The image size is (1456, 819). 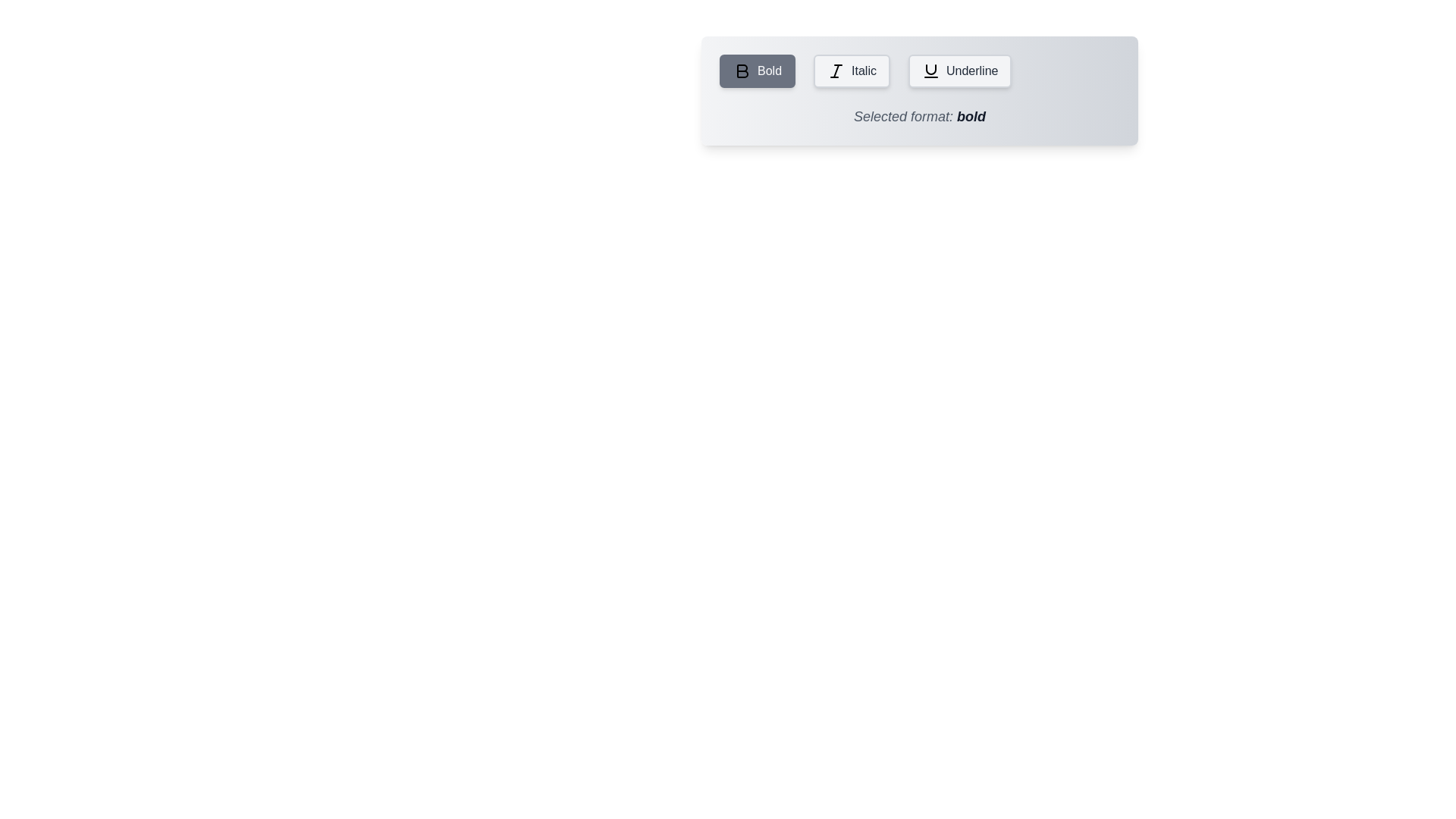 I want to click on the Underline button to see its hover animation, so click(x=959, y=71).